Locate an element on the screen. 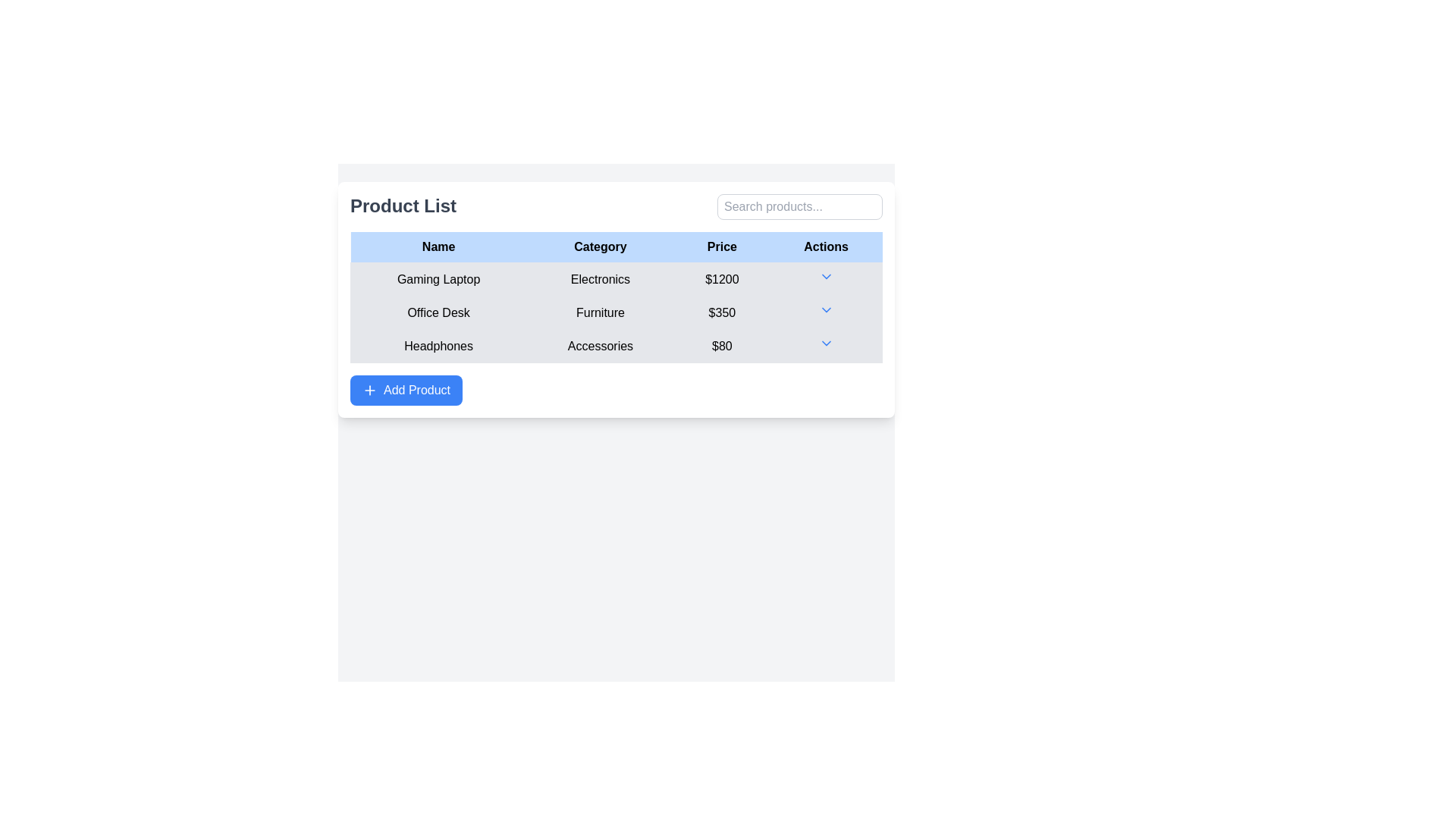 The width and height of the screenshot is (1456, 819). the dropdown toggle button located is located at coordinates (825, 277).